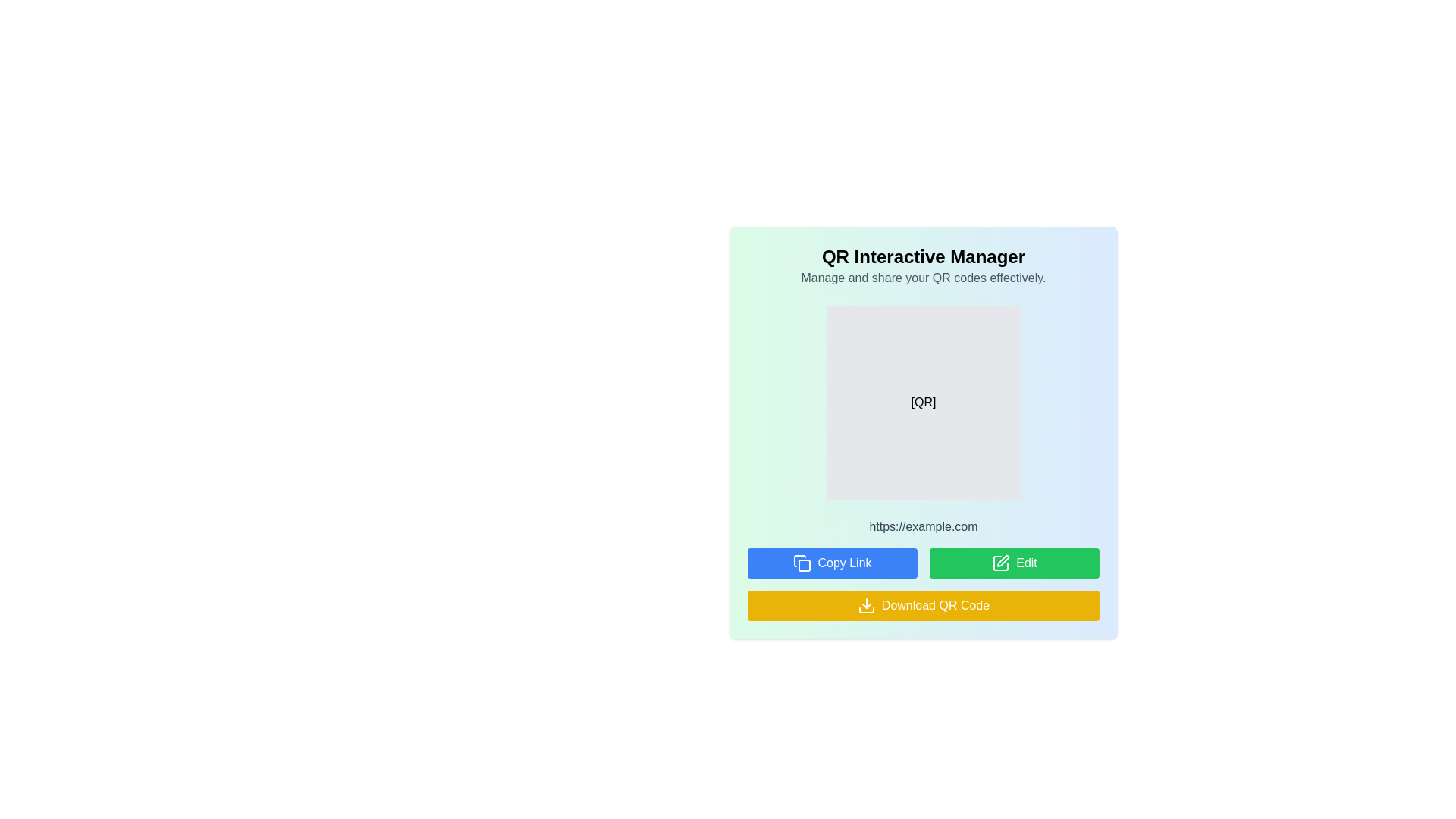  Describe the element at coordinates (923, 402) in the screenshot. I see `the Image Display Area located under the 'QR Interactive Manager' section, which serves as a placeholder for QR code information` at that location.